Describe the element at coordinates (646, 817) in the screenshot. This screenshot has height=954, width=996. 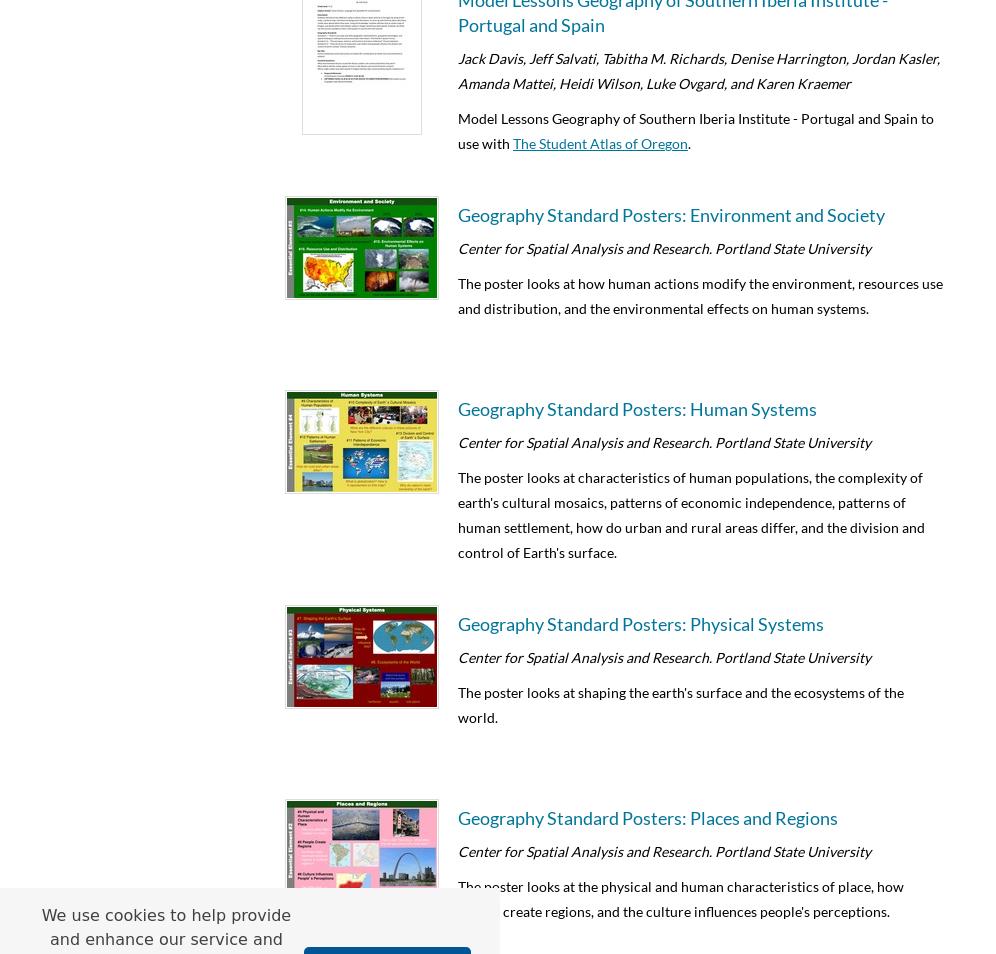
I see `'Geography Standard Posters: Places and Regions'` at that location.